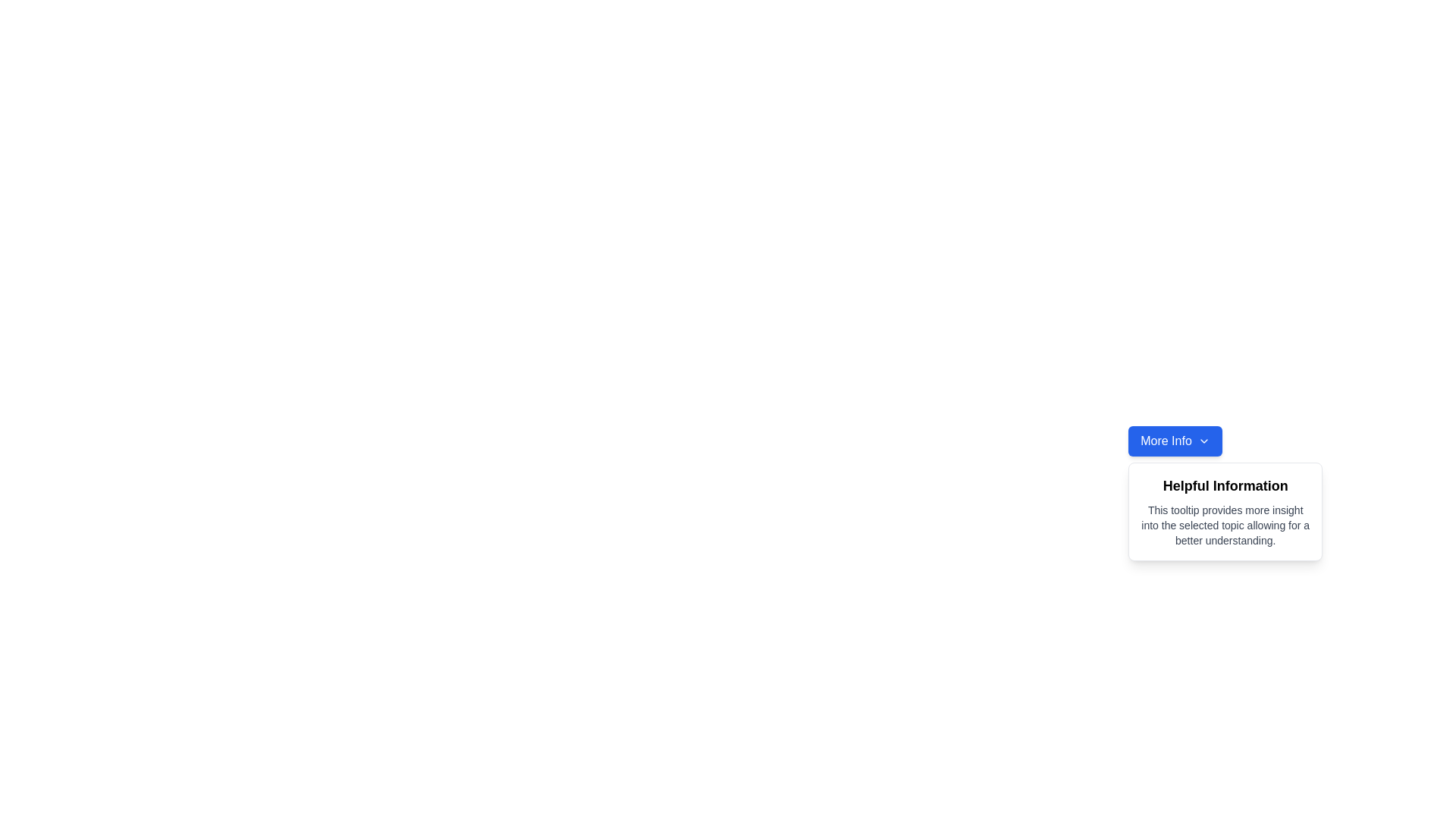 The image size is (1456, 819). Describe the element at coordinates (1175, 441) in the screenshot. I see `the rectangular button labeled 'More Info' with white text on a blue background, which features rounded corners and a downward arrow icon` at that location.